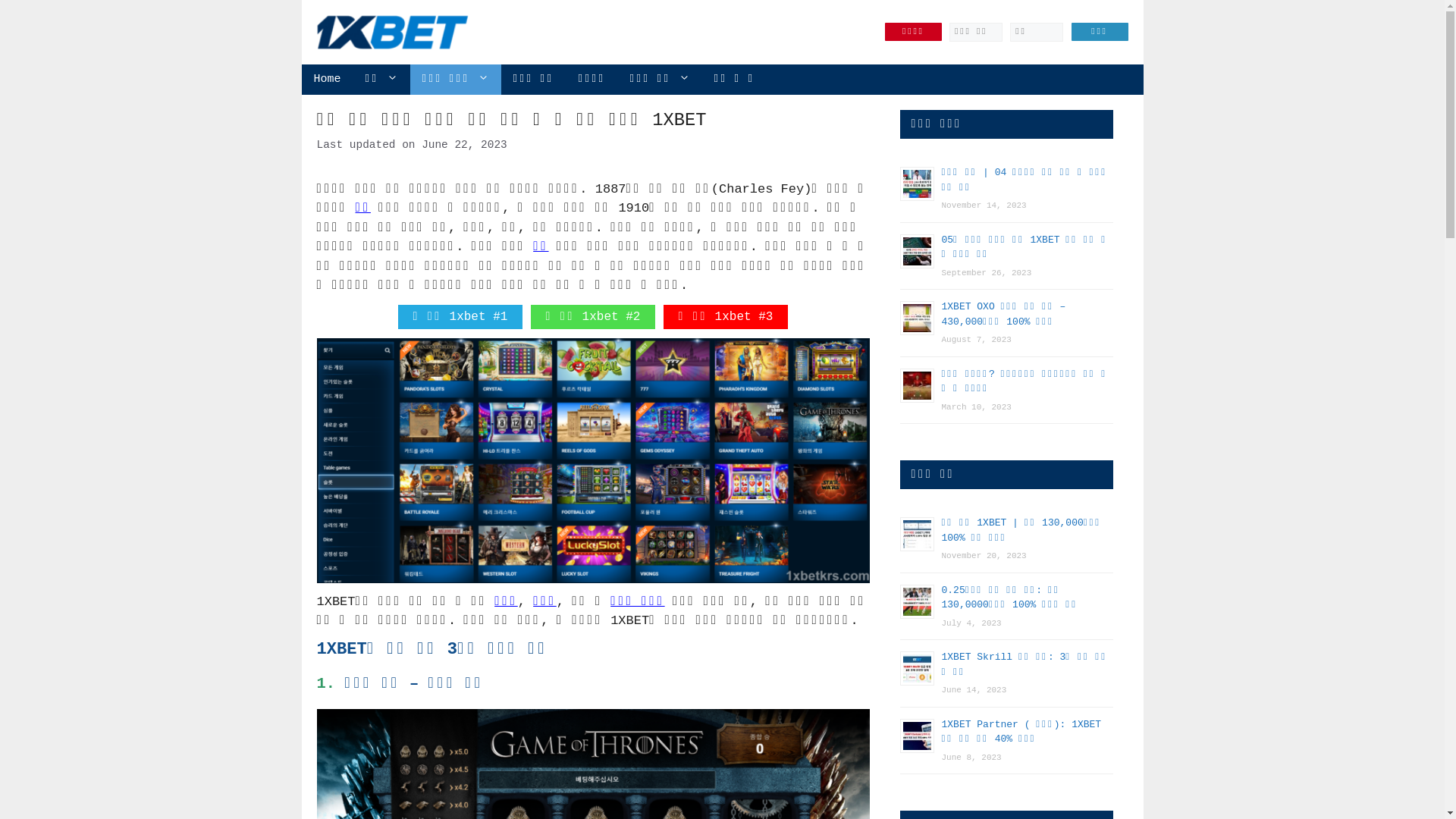 The image size is (1456, 819). I want to click on 'Home', so click(327, 79).